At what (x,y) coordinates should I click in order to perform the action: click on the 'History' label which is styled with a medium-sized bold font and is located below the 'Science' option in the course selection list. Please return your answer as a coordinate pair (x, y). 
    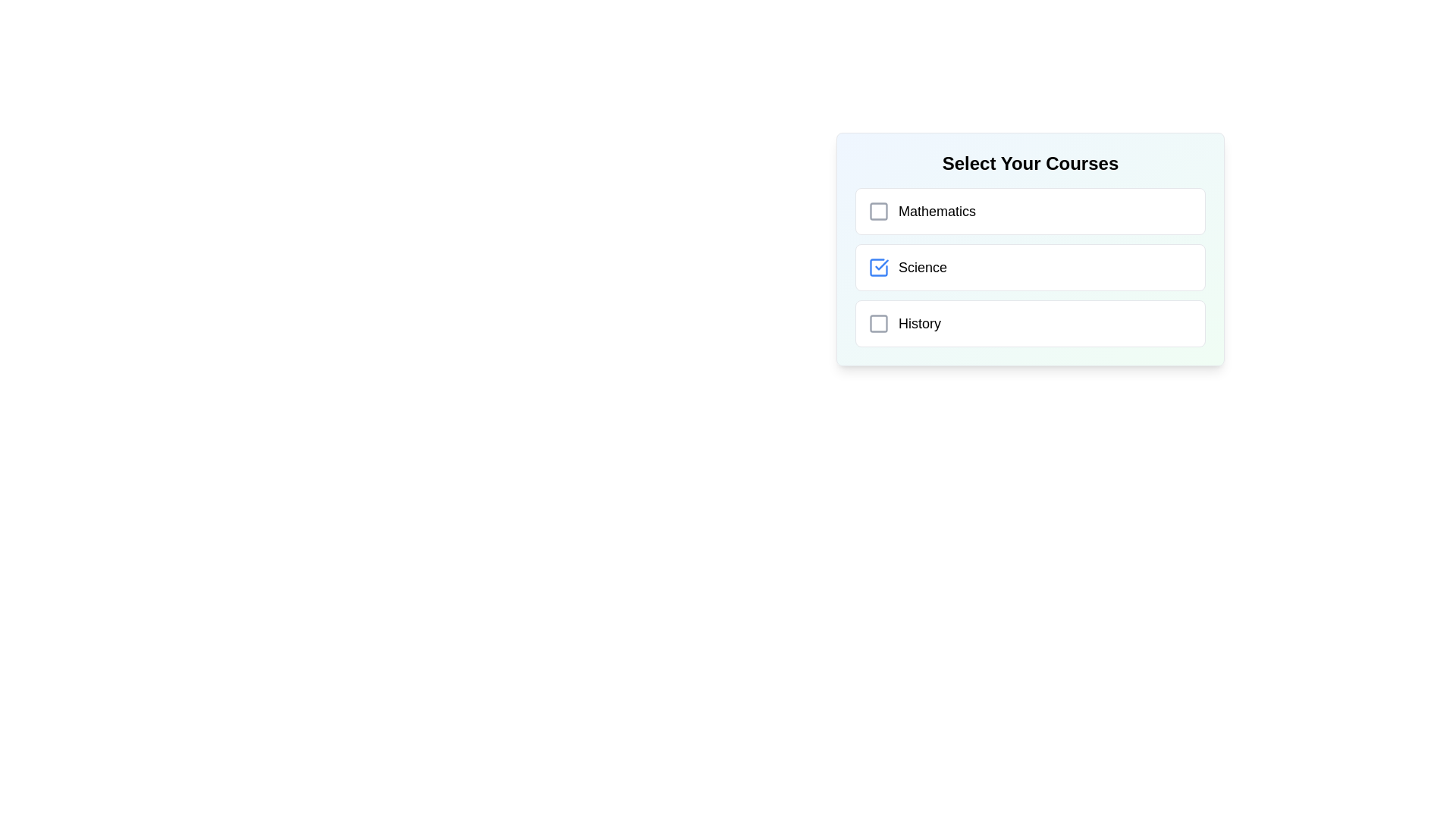
    Looking at the image, I should click on (919, 323).